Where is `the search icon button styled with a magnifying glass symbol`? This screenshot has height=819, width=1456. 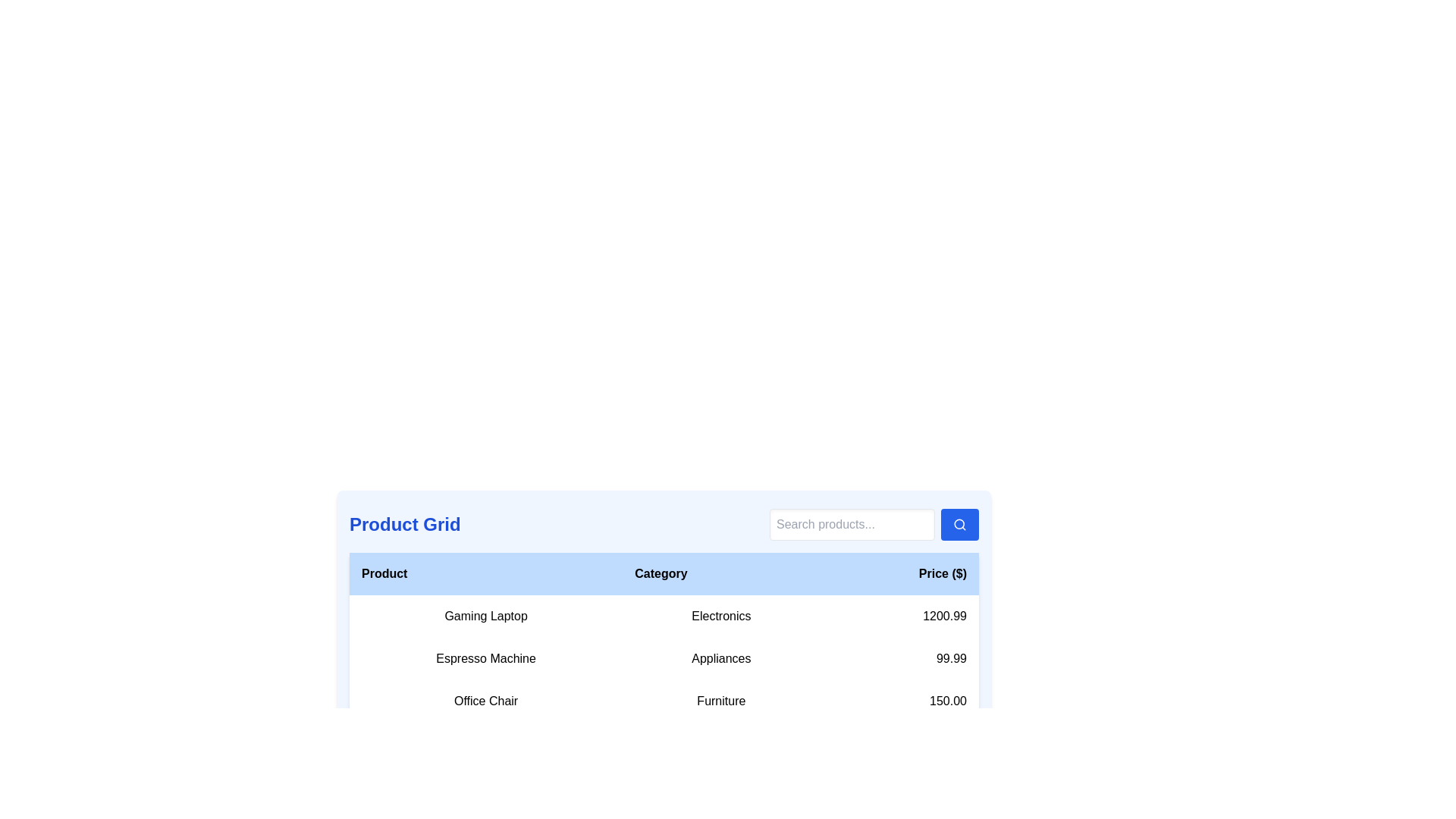
the search icon button styled with a magnifying glass symbol is located at coordinates (959, 523).